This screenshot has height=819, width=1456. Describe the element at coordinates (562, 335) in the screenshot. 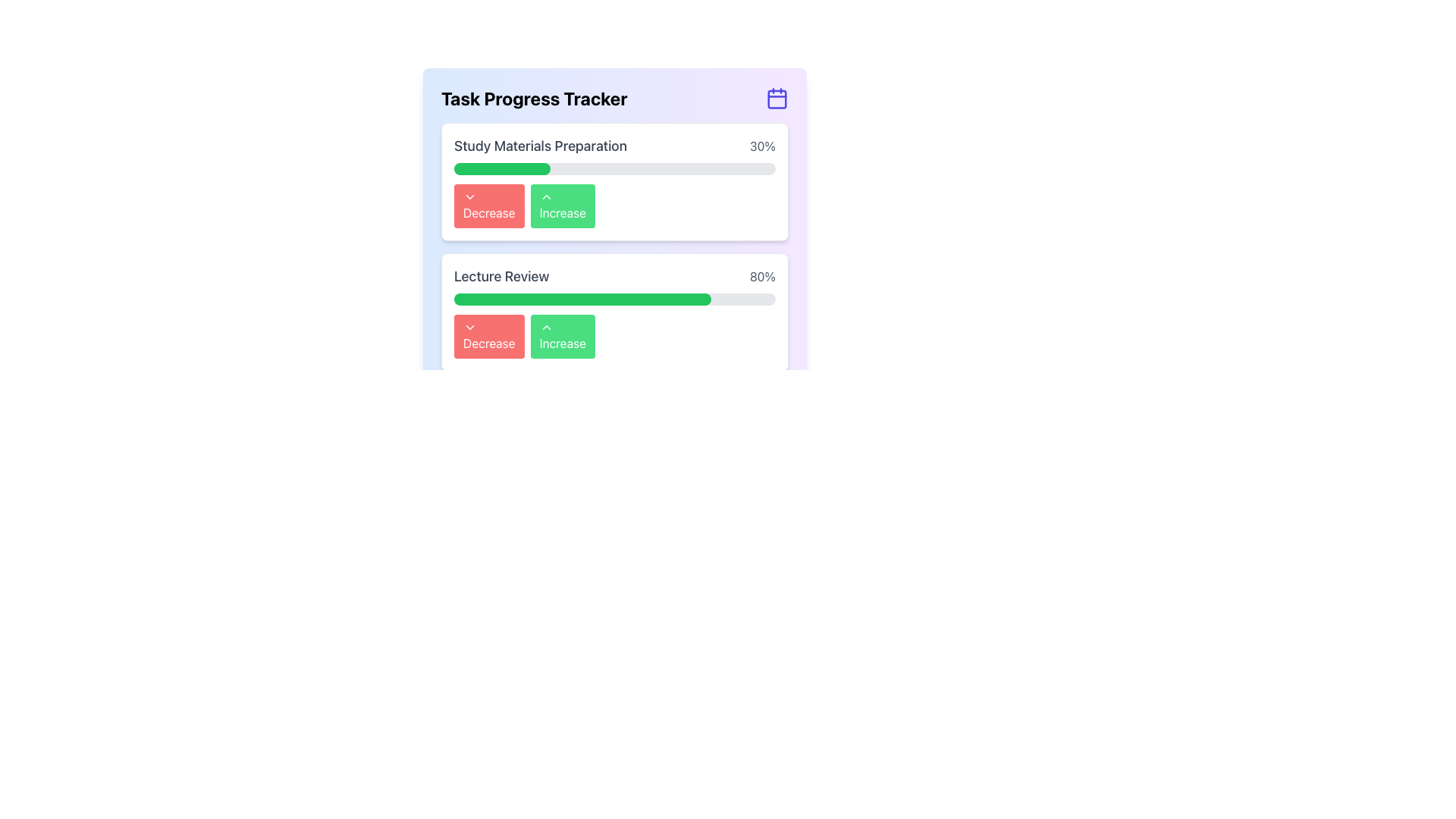

I see `the green 'Increase' button with white text and an upward-pointing chevron icon in the 'Lecture Review' task progress section to increase the task value` at that location.